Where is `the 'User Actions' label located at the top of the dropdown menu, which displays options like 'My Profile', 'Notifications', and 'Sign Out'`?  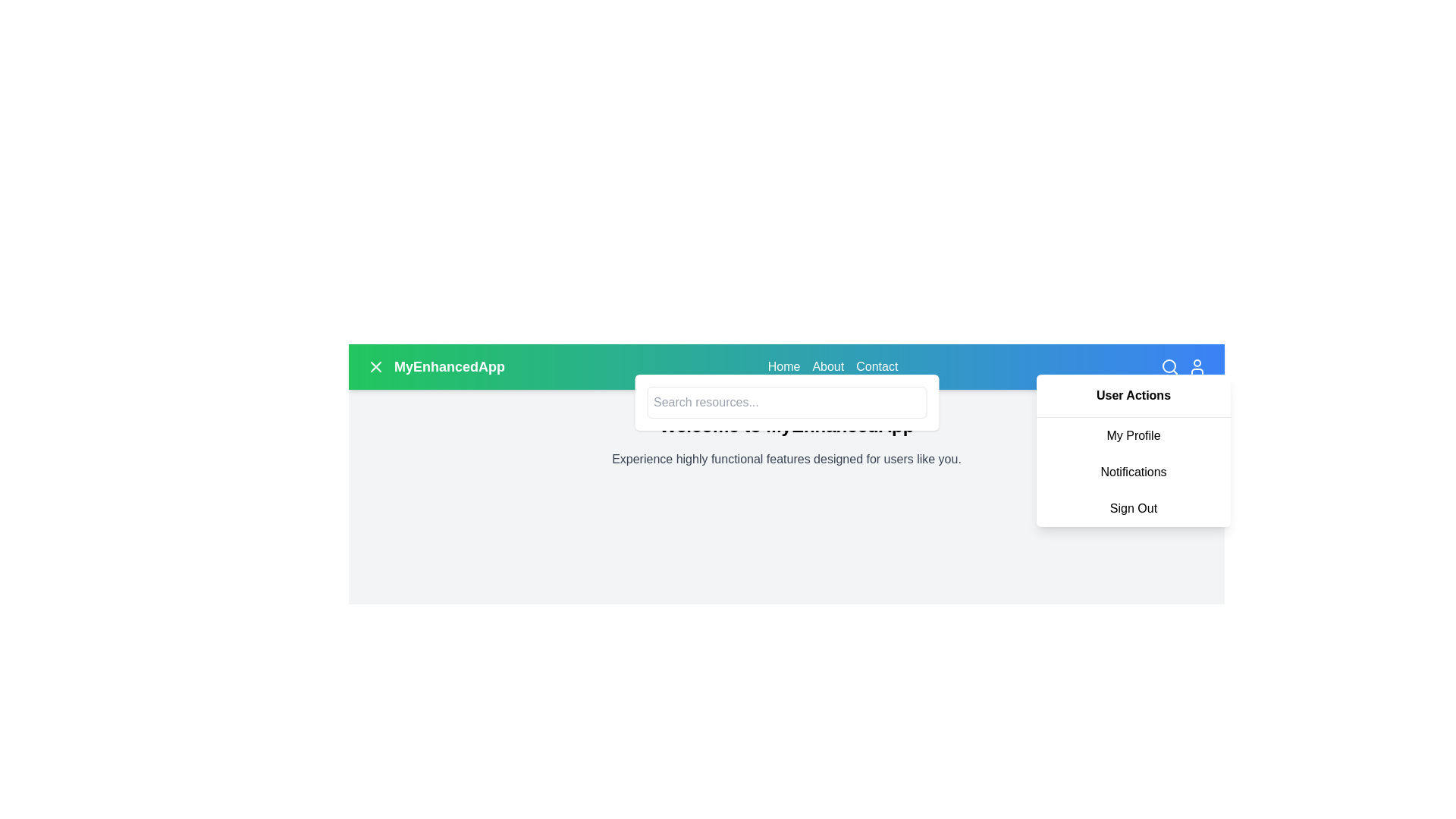
the 'User Actions' label located at the top of the dropdown menu, which displays options like 'My Profile', 'Notifications', and 'Sign Out' is located at coordinates (1133, 395).